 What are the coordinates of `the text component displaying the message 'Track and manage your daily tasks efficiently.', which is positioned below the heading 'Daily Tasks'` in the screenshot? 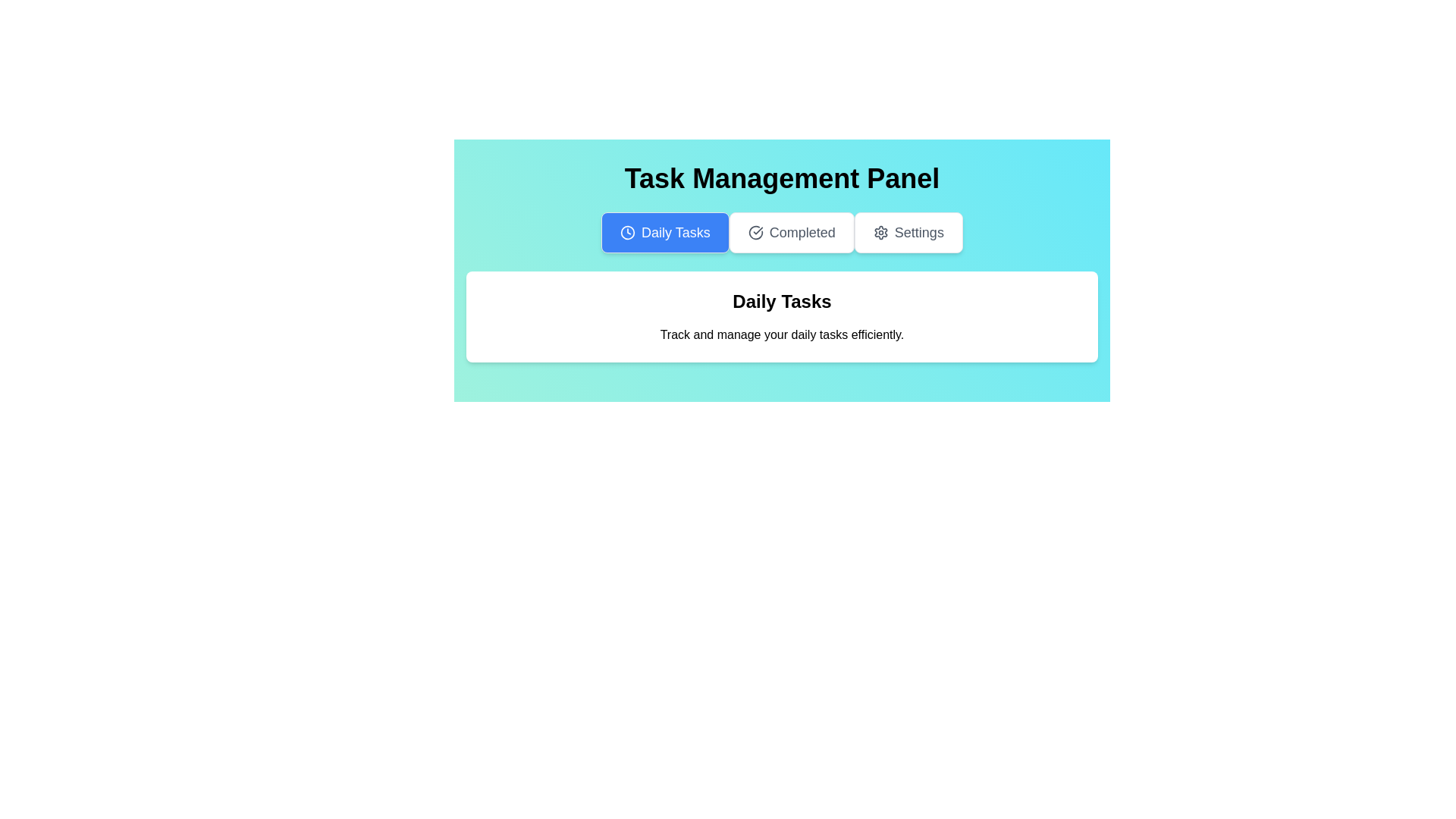 It's located at (782, 334).